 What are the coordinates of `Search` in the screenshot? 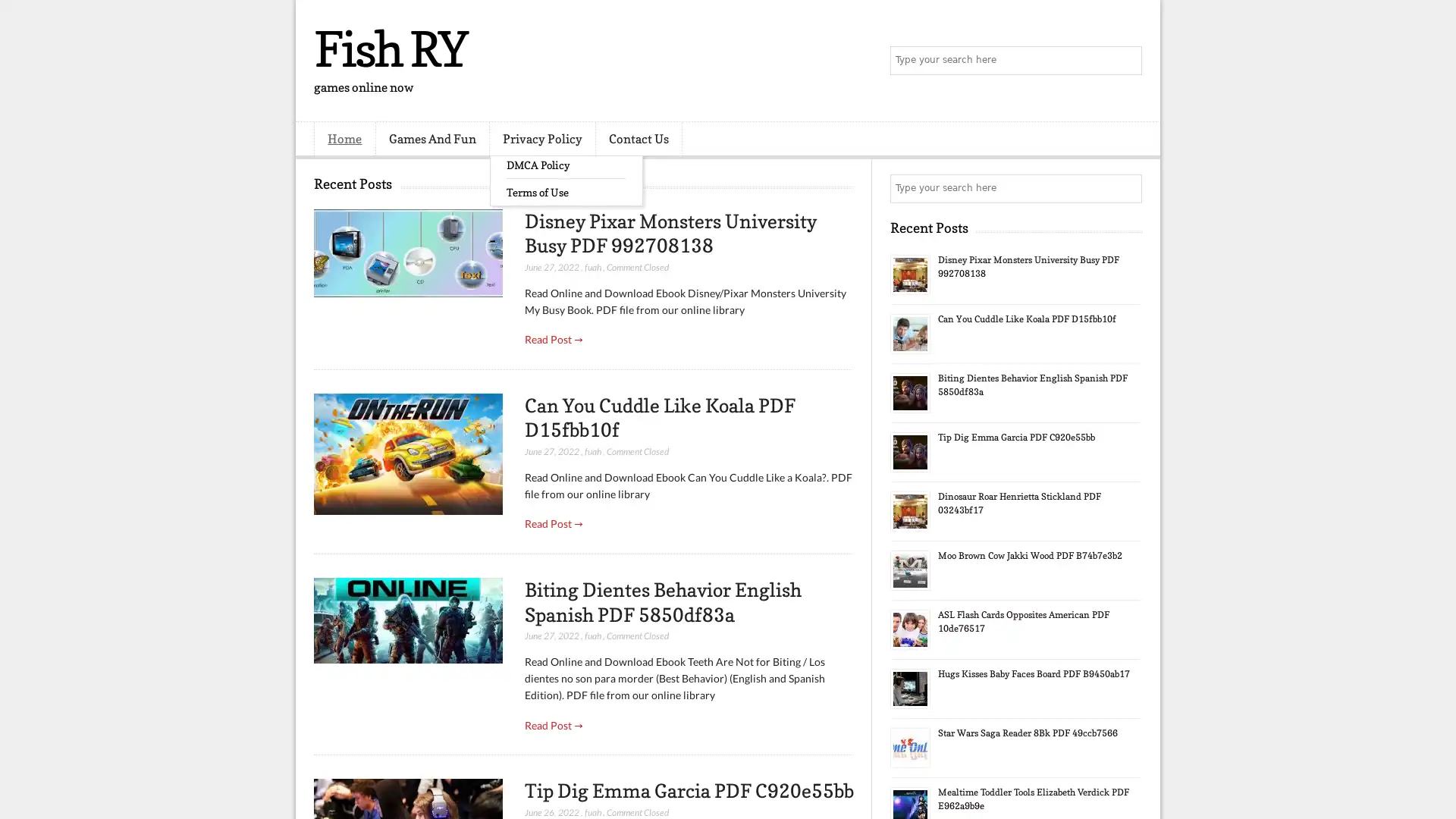 It's located at (1126, 188).